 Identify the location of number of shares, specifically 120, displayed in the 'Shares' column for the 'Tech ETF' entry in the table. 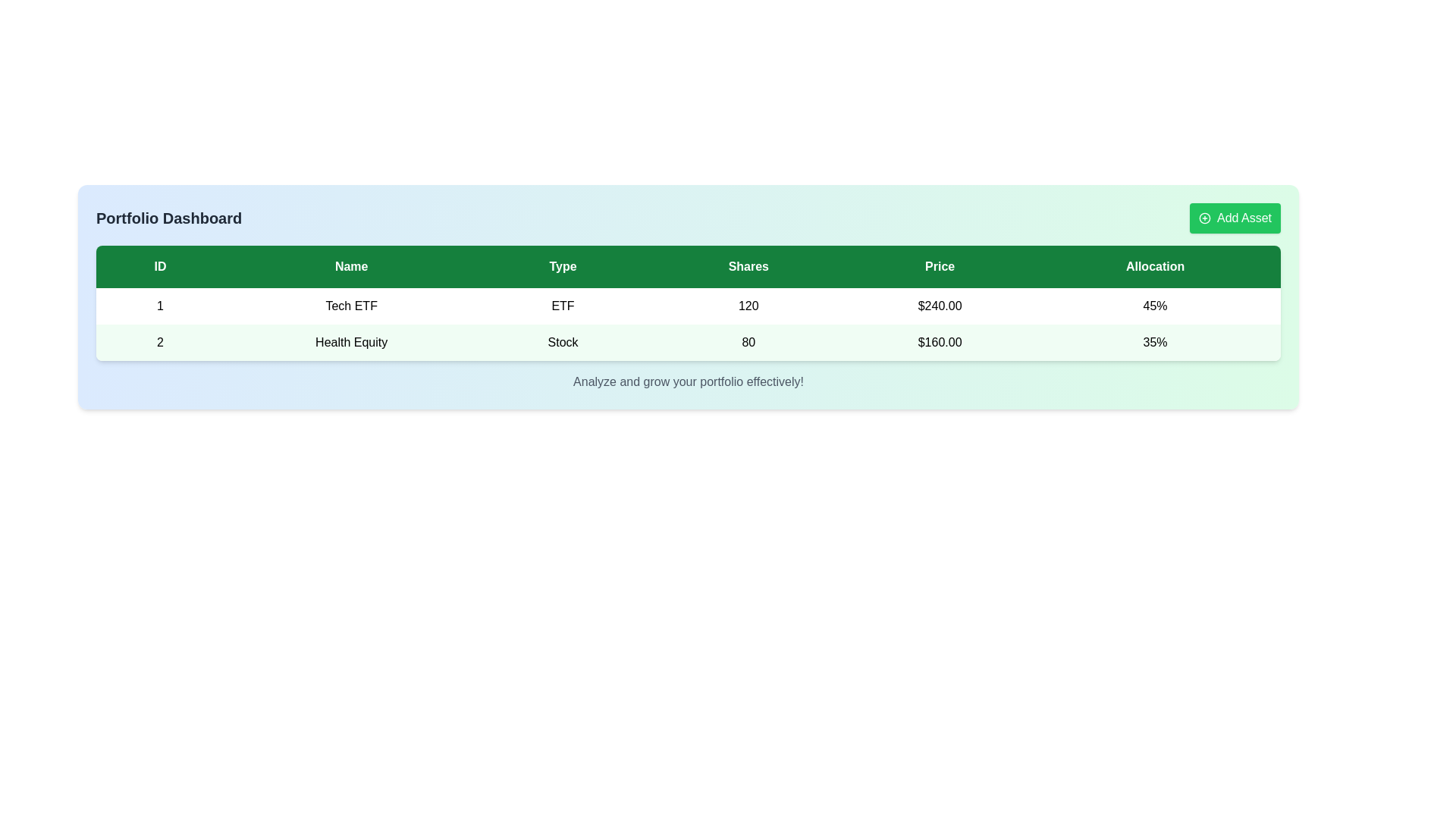
(748, 306).